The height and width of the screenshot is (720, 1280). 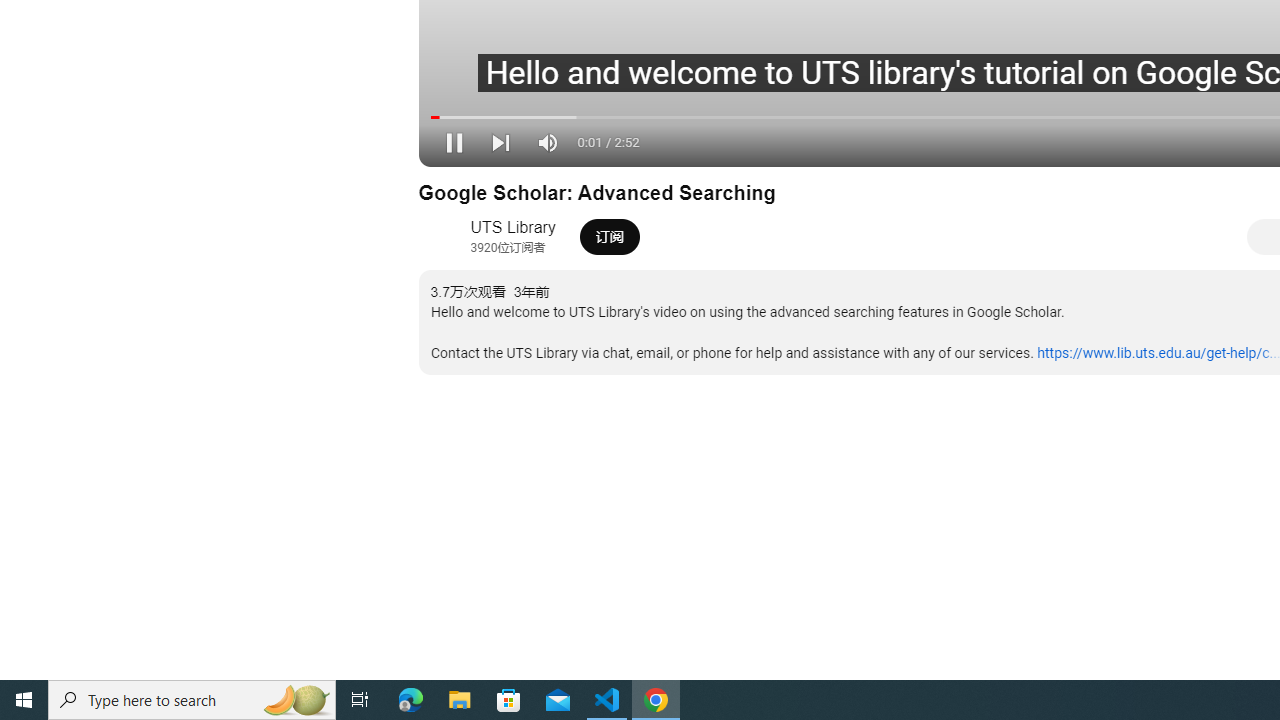 What do you see at coordinates (512, 226) in the screenshot?
I see `'UTS Library'` at bounding box center [512, 226].